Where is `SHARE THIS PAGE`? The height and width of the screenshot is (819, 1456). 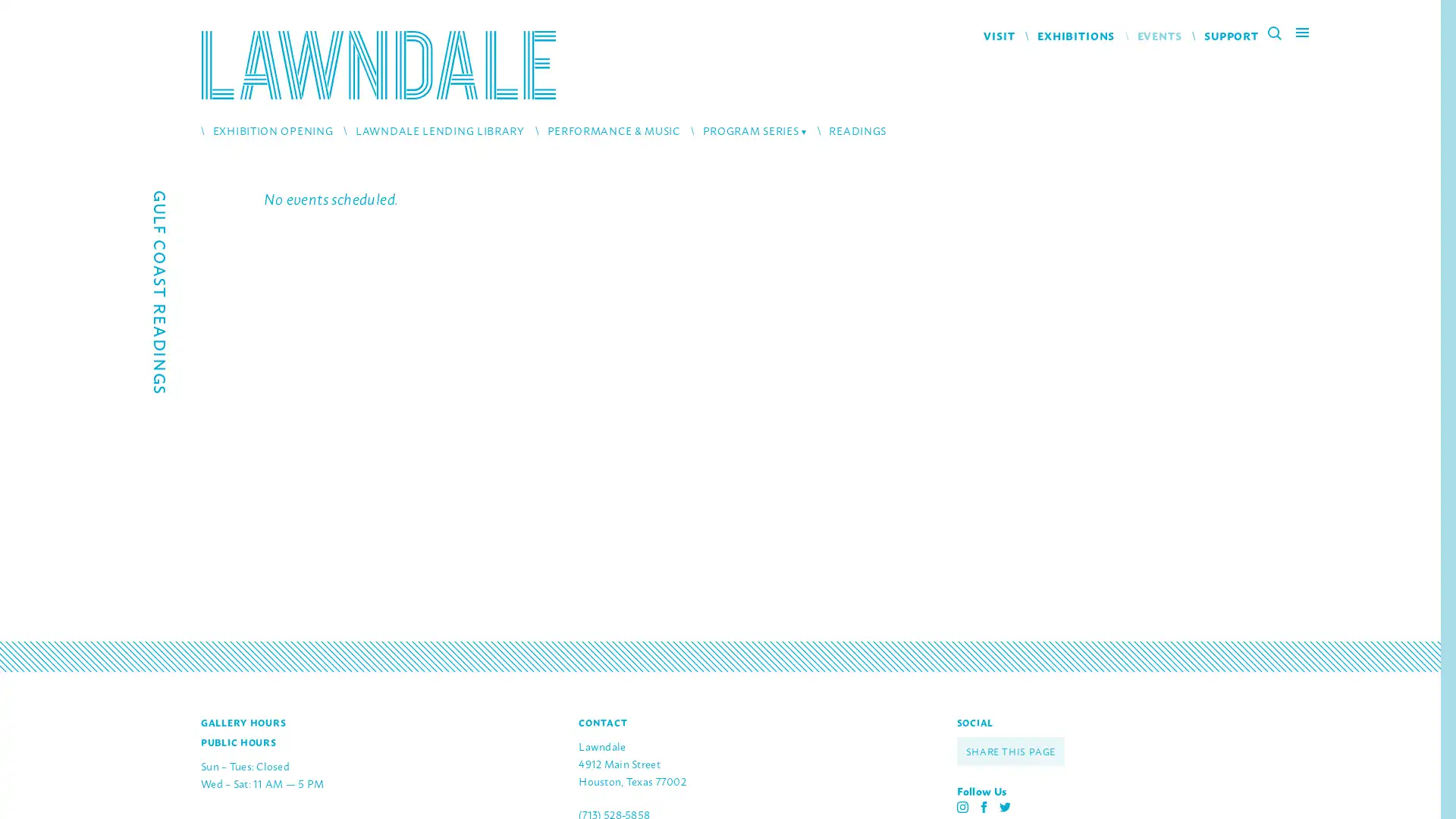
SHARE THIS PAGE is located at coordinates (1014, 752).